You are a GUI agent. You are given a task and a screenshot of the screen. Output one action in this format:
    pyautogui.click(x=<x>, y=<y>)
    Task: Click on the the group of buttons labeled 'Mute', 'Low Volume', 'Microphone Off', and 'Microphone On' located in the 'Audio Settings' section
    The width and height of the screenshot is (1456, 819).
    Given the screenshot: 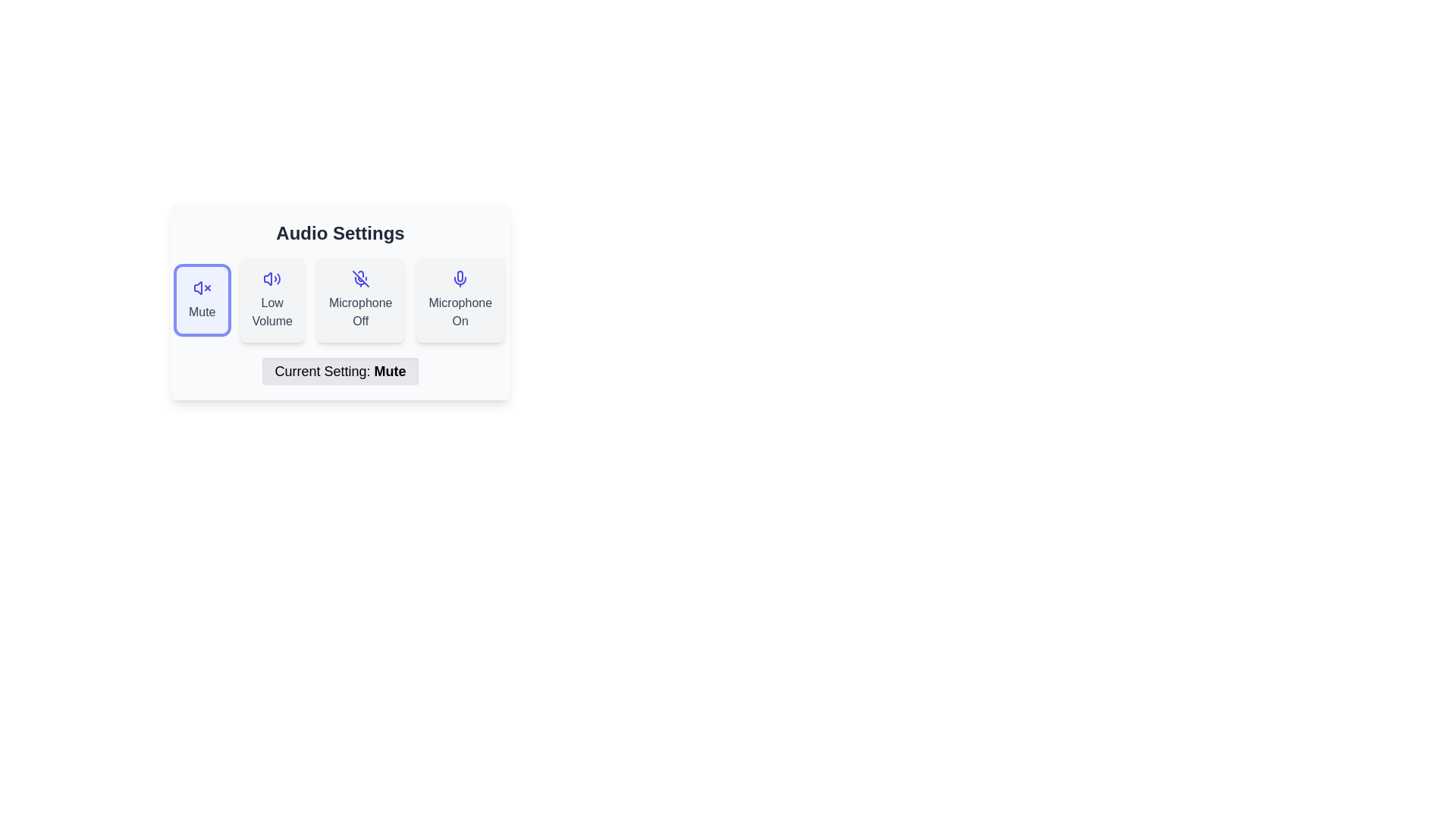 What is the action you would take?
    pyautogui.click(x=340, y=300)
    